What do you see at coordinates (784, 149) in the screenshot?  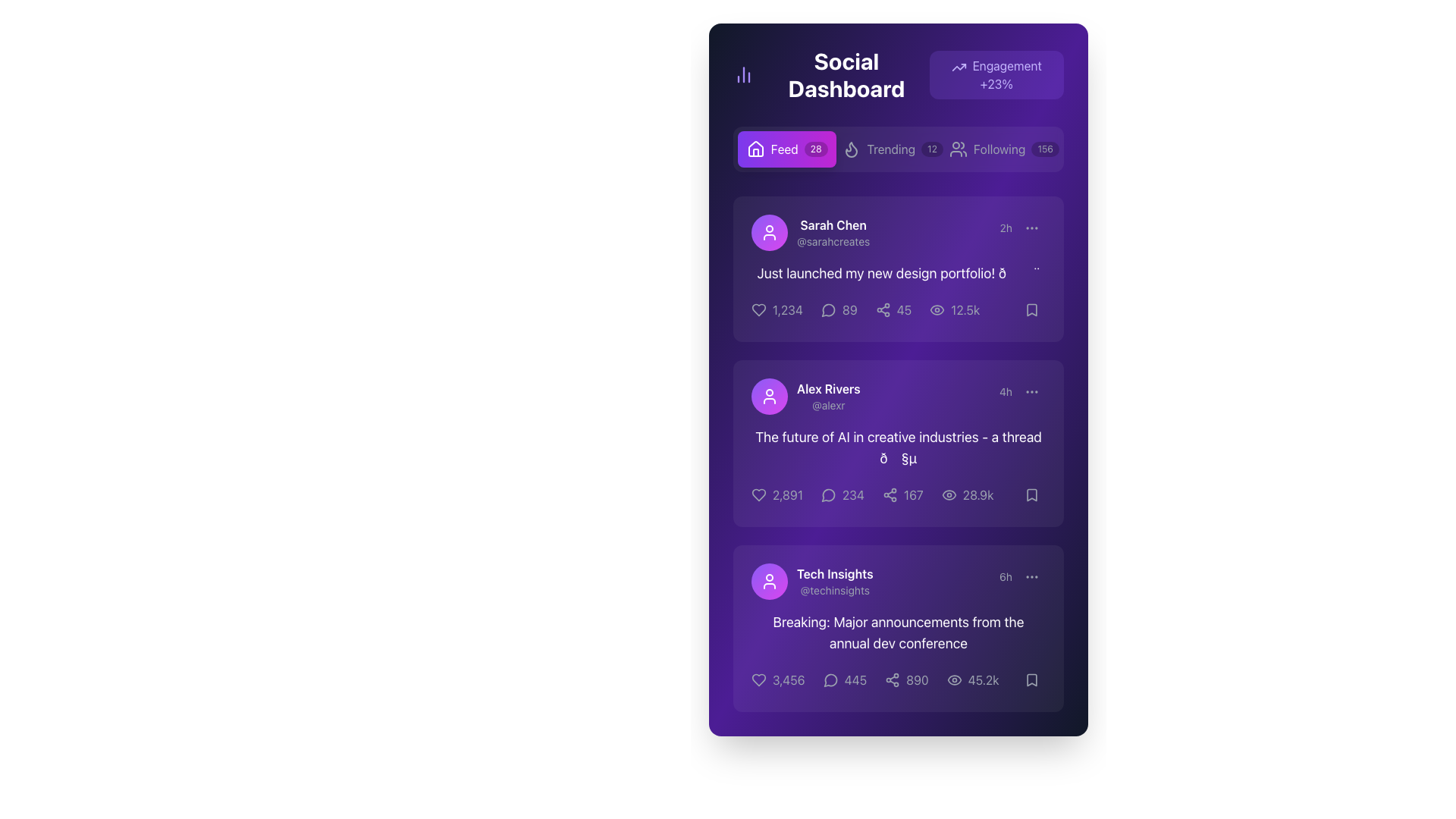 I see `the 'Feed' label within the navigation button on the dashboard interface` at bounding box center [784, 149].